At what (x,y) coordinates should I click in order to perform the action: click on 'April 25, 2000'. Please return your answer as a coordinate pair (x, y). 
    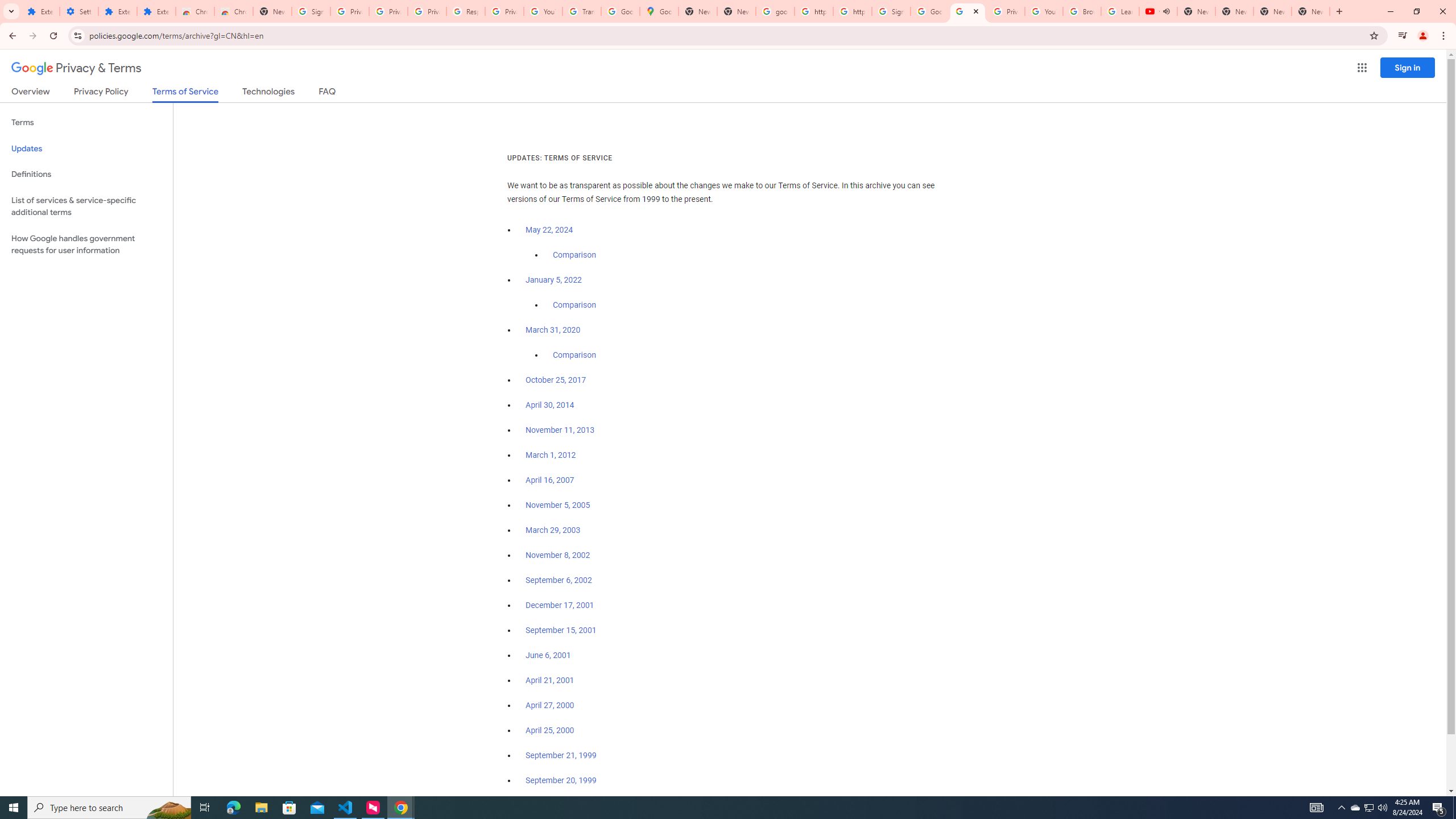
    Looking at the image, I should click on (549, 729).